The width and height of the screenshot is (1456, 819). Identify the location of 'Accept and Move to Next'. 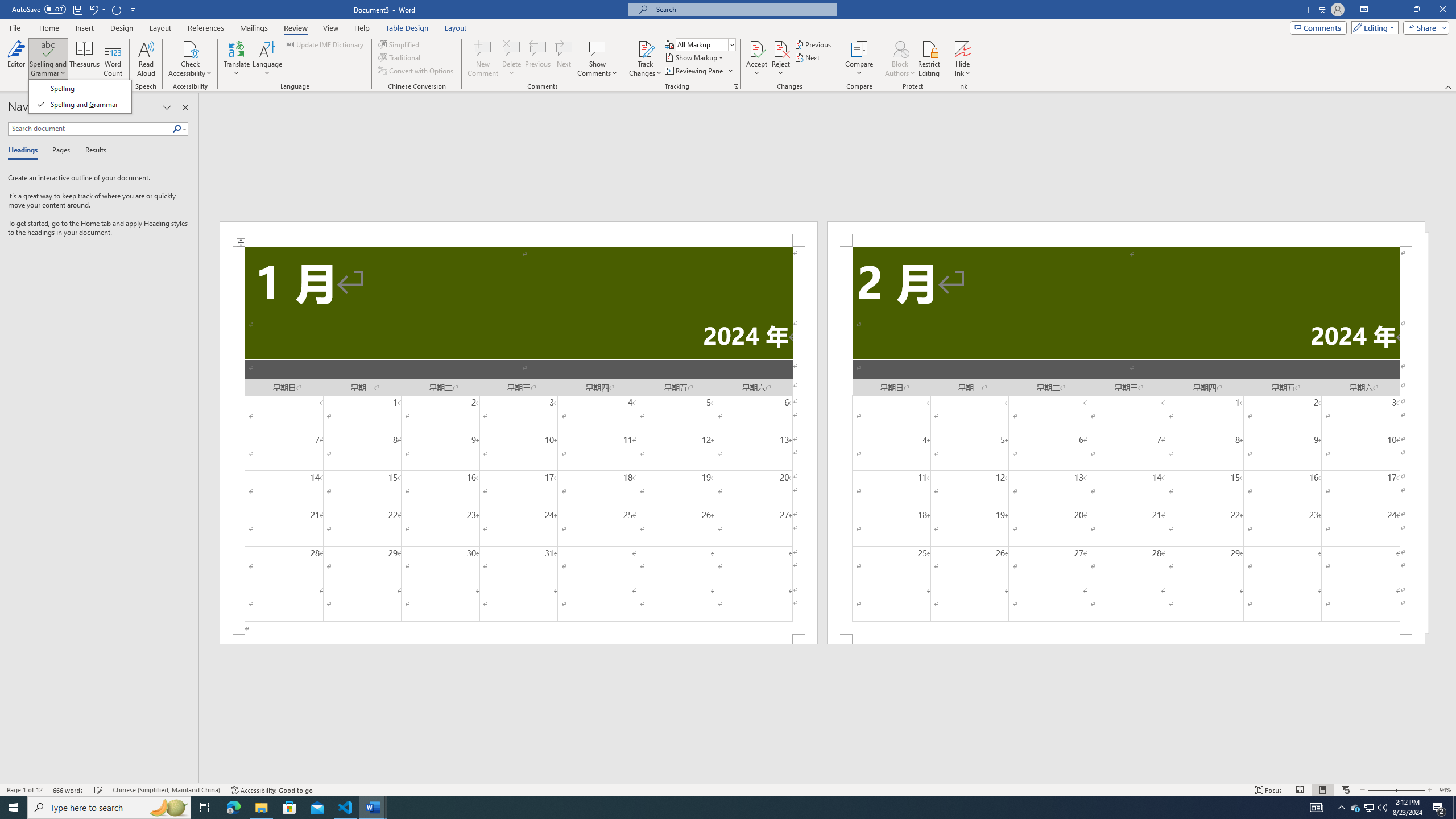
(756, 48).